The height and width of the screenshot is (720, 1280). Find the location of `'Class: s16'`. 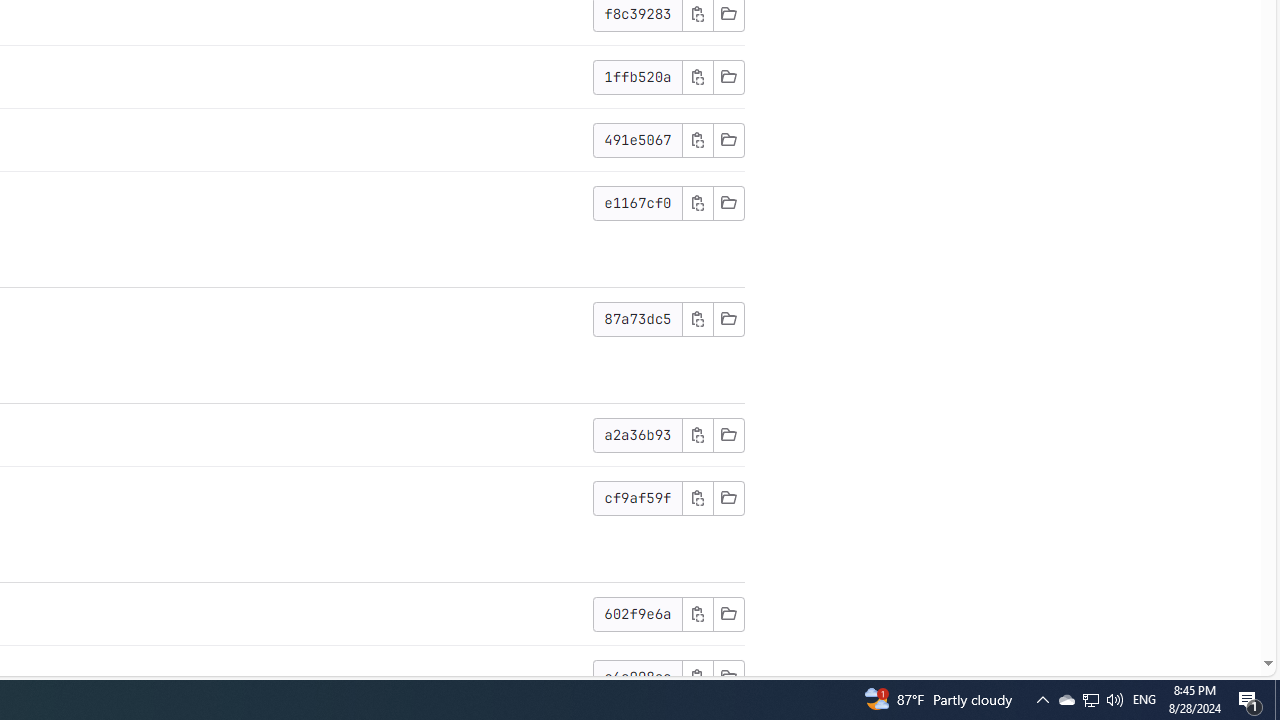

'Class: s16' is located at coordinates (727, 675).